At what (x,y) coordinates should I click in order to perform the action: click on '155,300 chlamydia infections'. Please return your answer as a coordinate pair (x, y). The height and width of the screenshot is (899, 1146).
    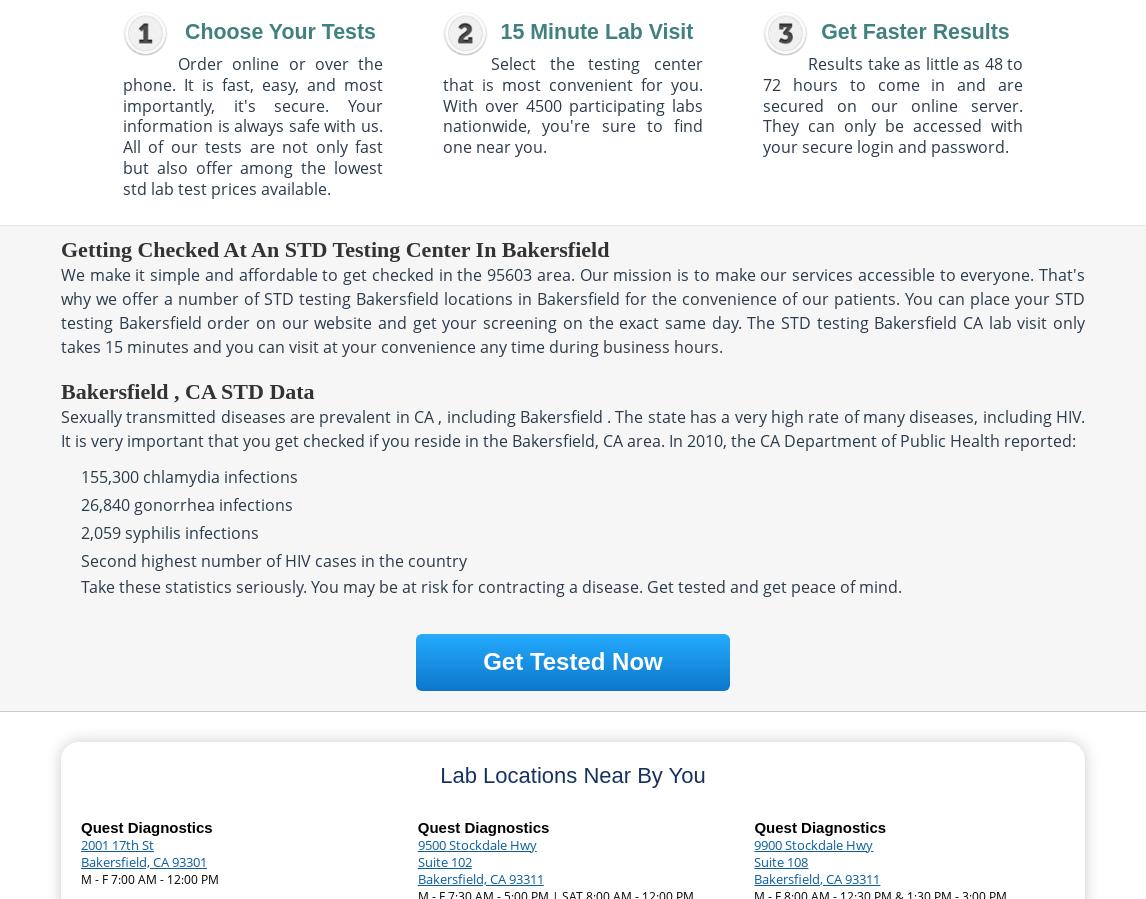
    Looking at the image, I should click on (189, 476).